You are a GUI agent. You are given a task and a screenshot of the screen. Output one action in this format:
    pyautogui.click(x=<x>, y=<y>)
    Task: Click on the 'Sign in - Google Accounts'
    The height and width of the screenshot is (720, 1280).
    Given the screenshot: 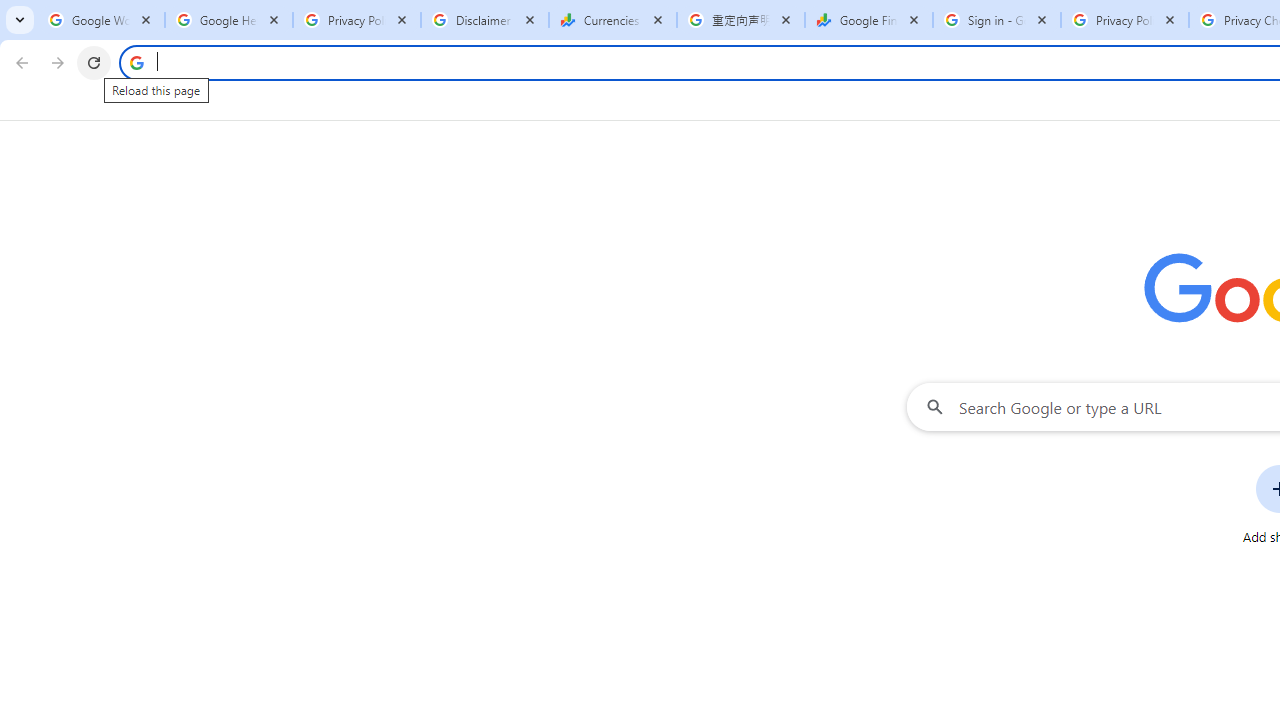 What is the action you would take?
    pyautogui.click(x=997, y=20)
    